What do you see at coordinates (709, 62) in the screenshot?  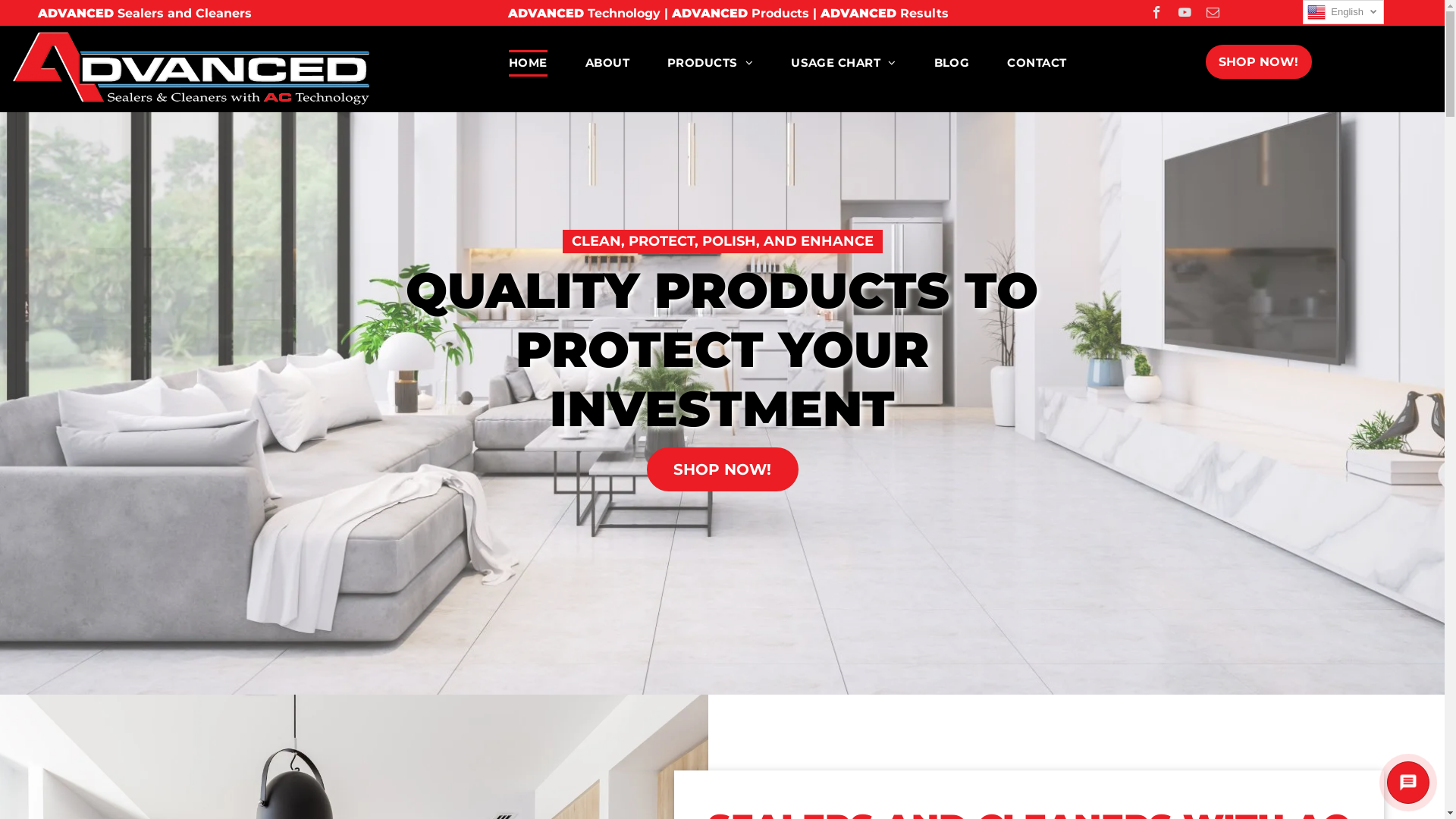 I see `'PRODUCTS'` at bounding box center [709, 62].